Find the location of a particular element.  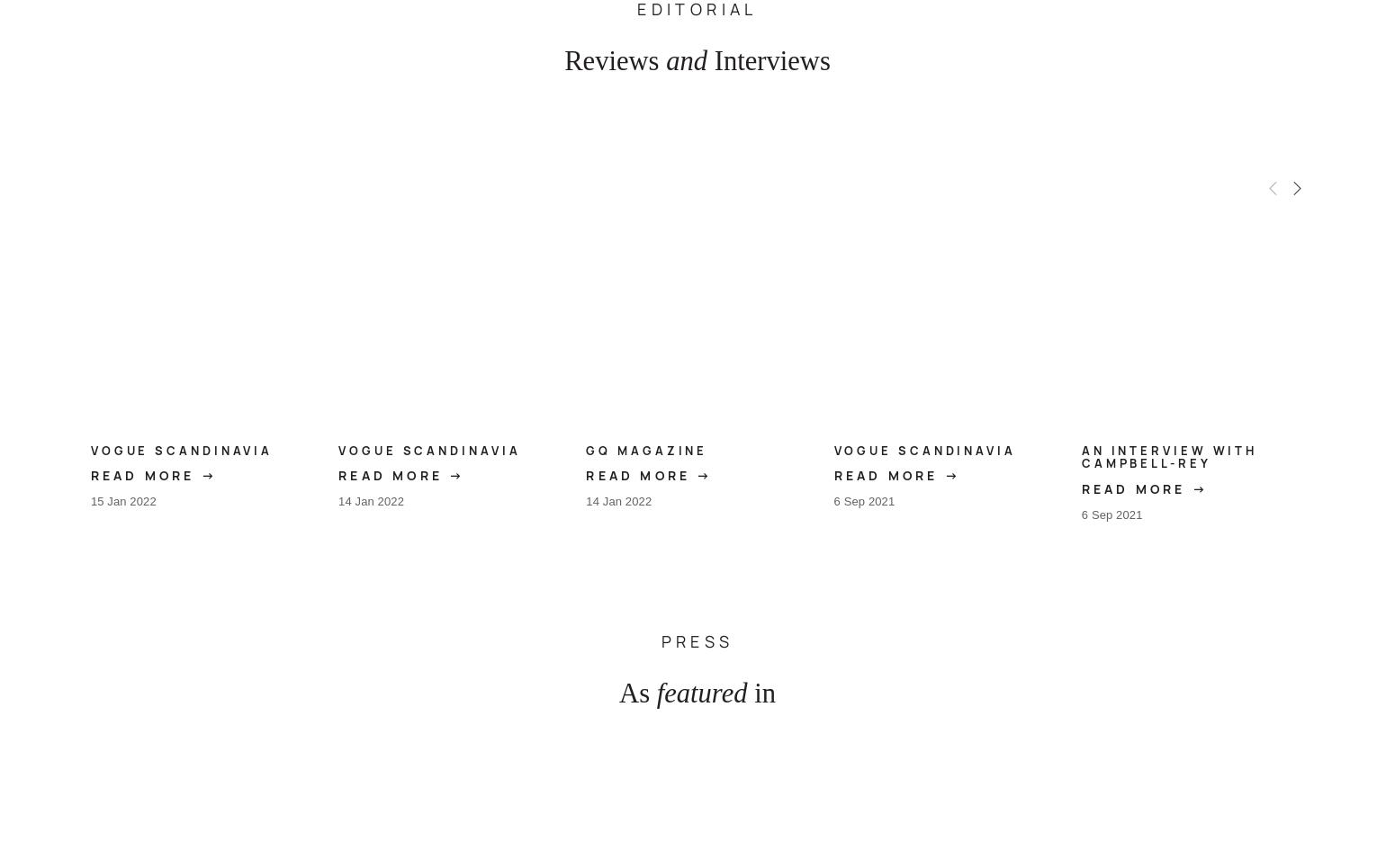

'As' is located at coordinates (637, 691).